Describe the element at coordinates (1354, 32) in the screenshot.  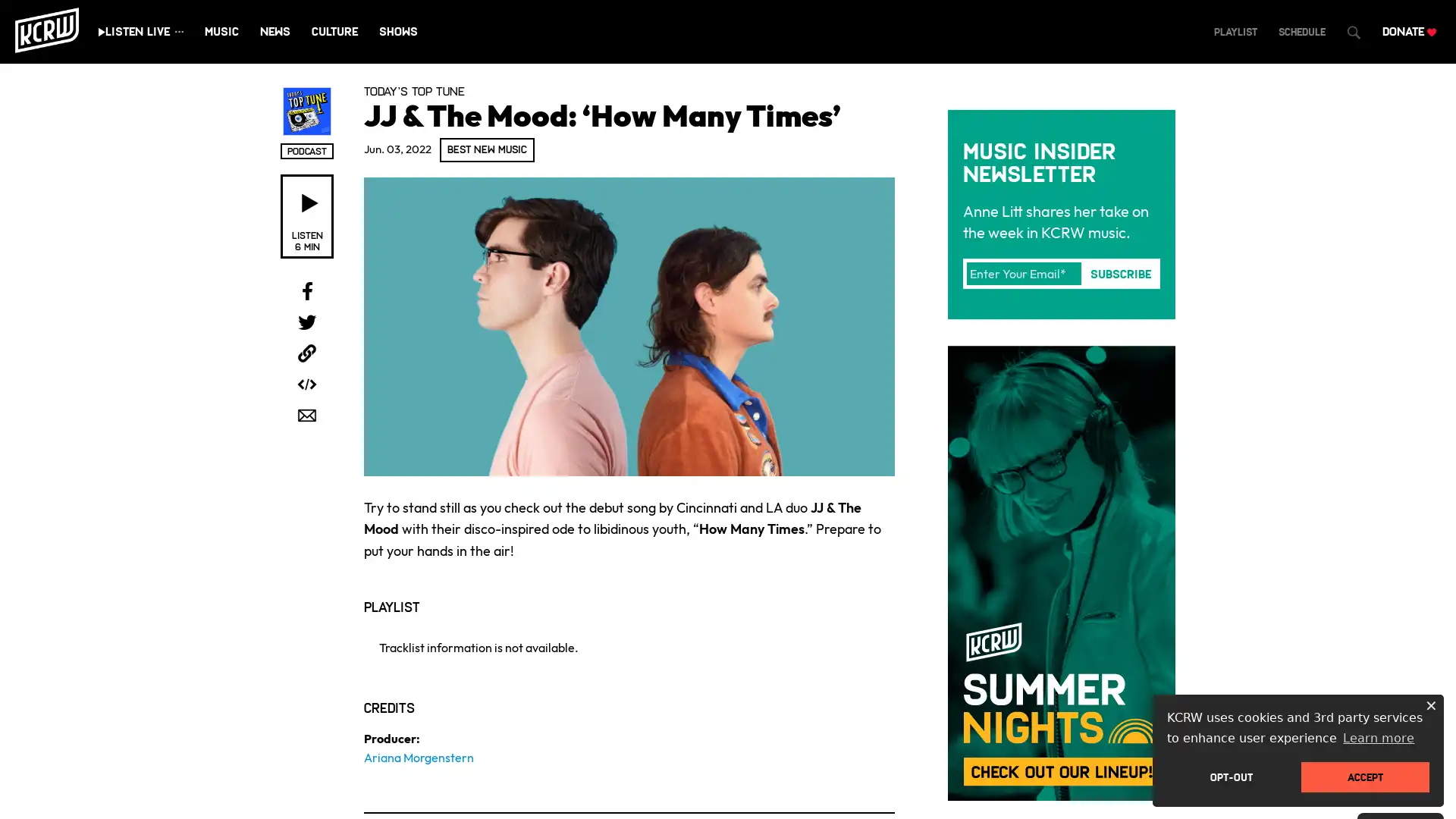
I see `Open Search Dialog` at that location.